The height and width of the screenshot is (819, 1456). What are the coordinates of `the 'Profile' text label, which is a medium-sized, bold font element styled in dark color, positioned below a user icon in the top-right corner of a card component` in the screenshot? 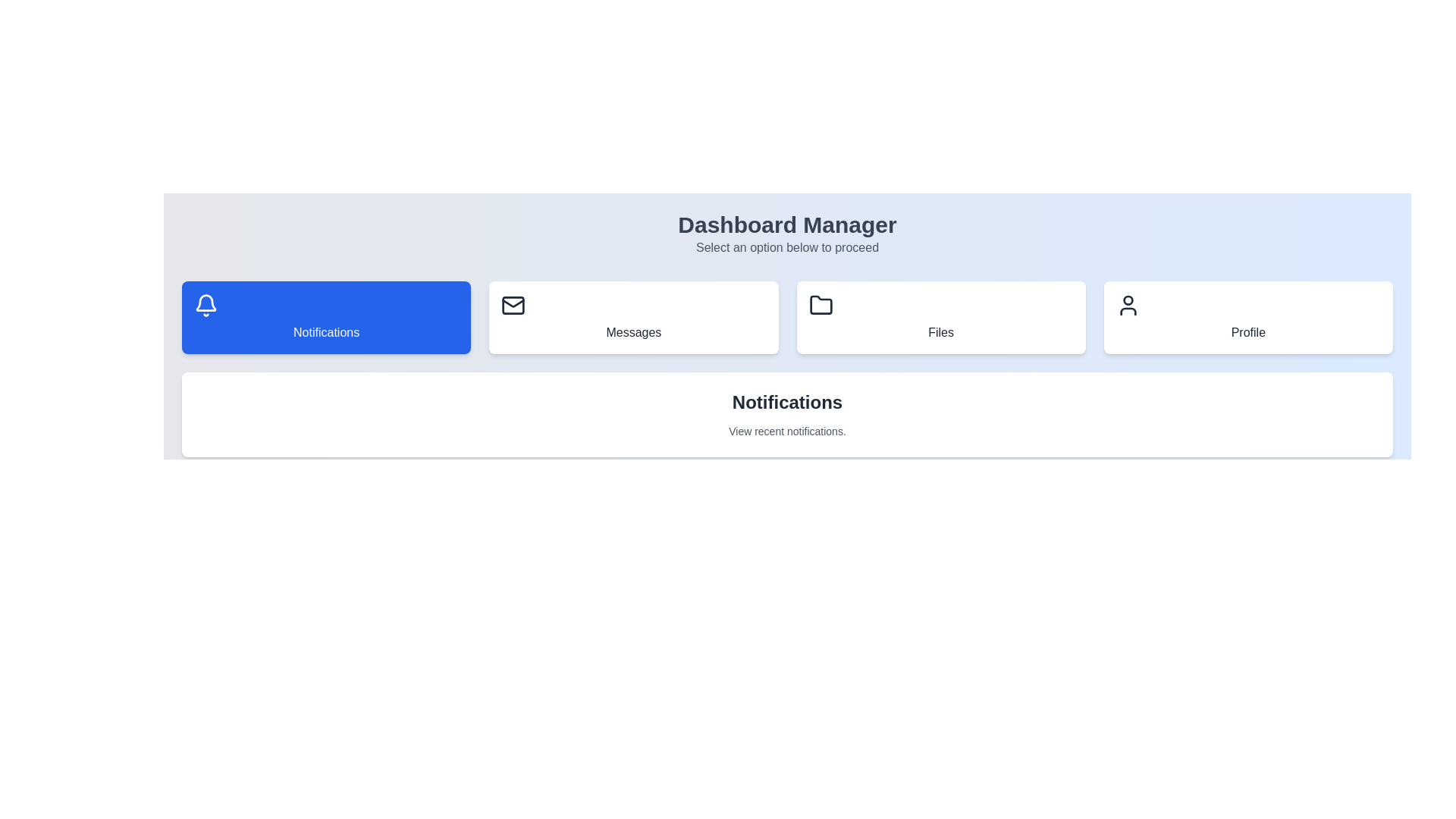 It's located at (1248, 332).